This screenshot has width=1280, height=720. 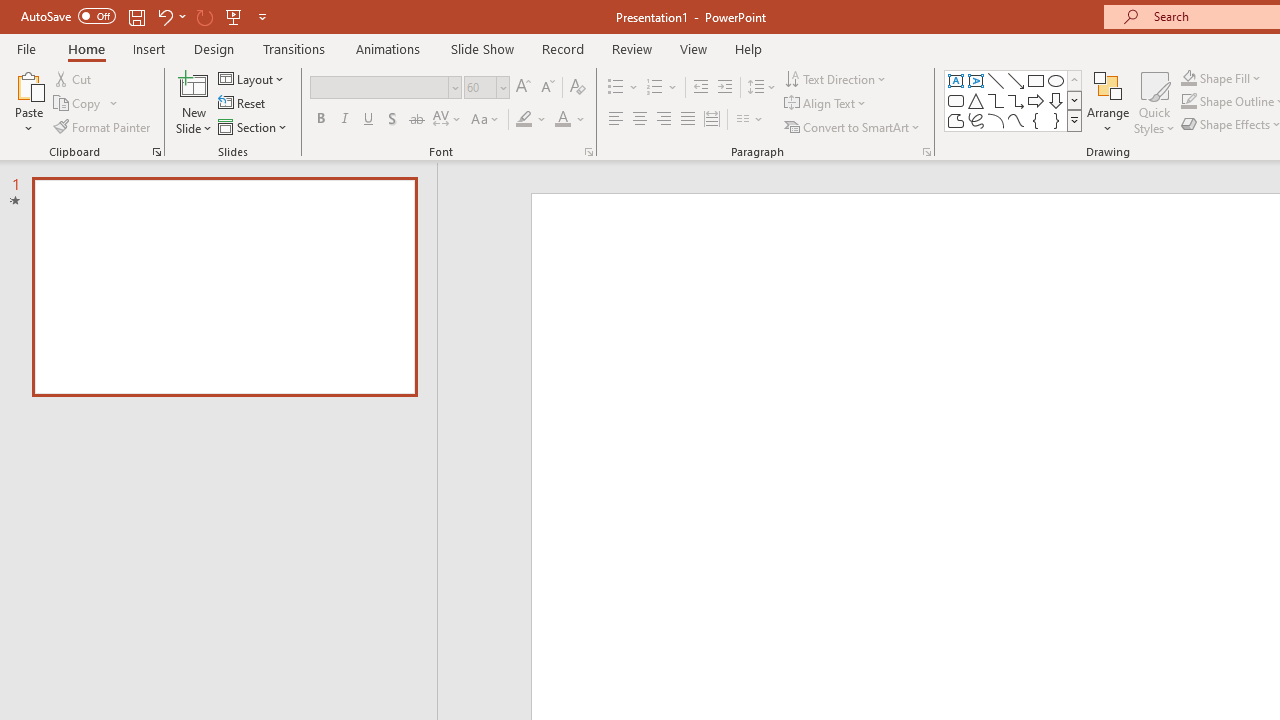 I want to click on 'Align Right', so click(x=663, y=119).